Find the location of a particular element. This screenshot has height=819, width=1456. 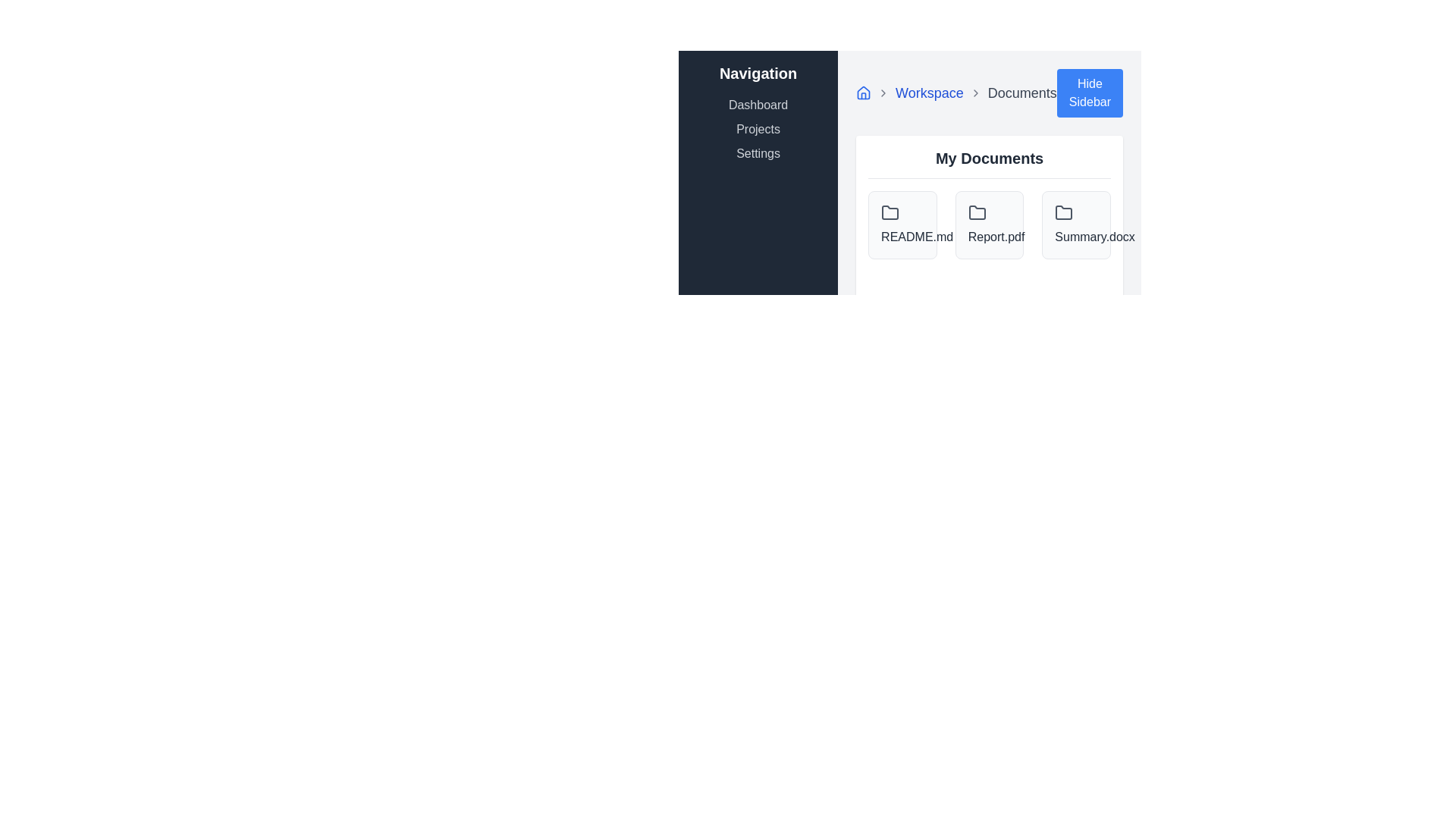

the button located in the top-right corner of the interface, adjacent to the breadcrumb navigation, to hide the sidebar is located at coordinates (1088, 93).